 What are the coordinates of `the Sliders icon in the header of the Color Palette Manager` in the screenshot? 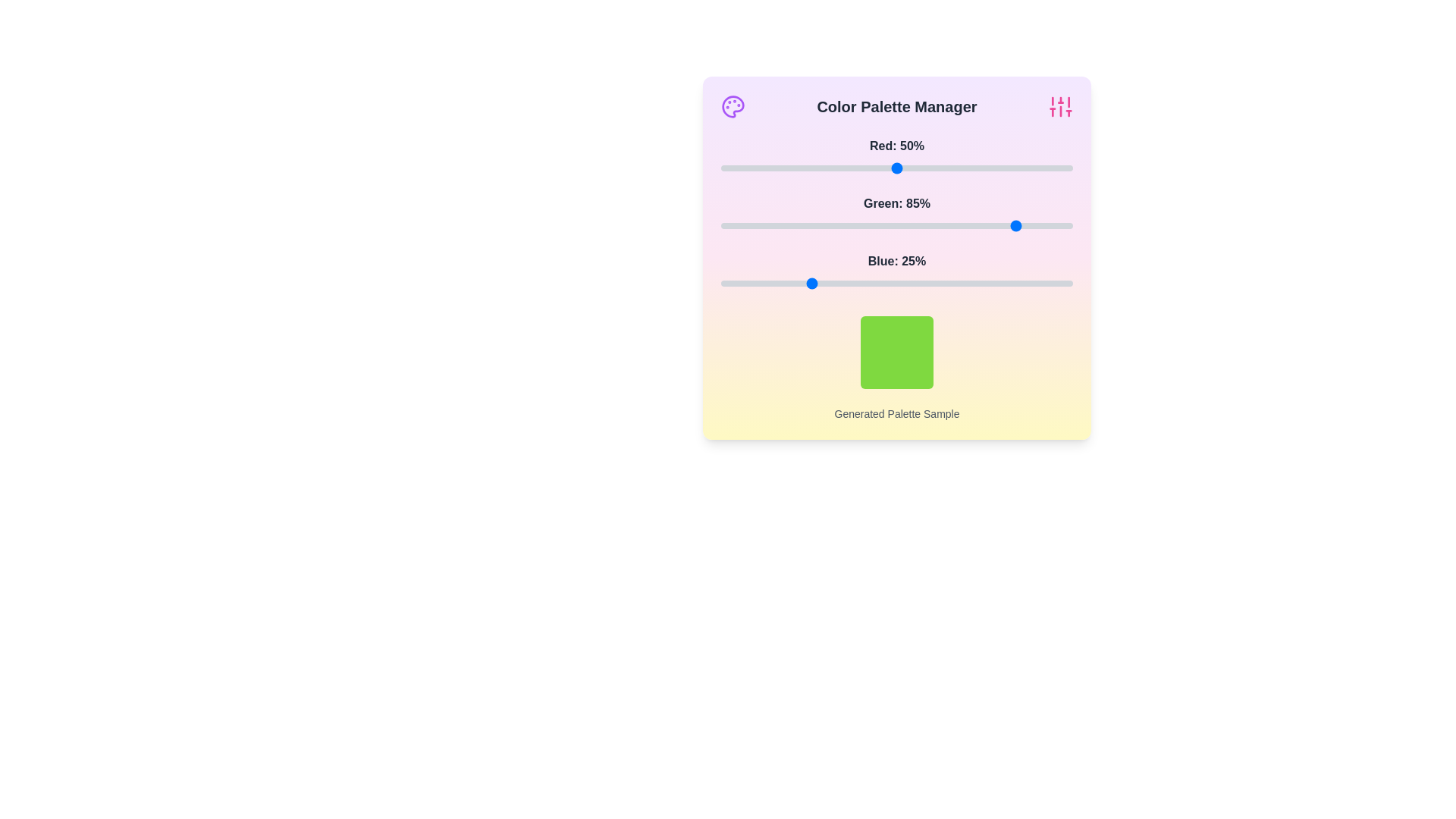 It's located at (1059, 106).